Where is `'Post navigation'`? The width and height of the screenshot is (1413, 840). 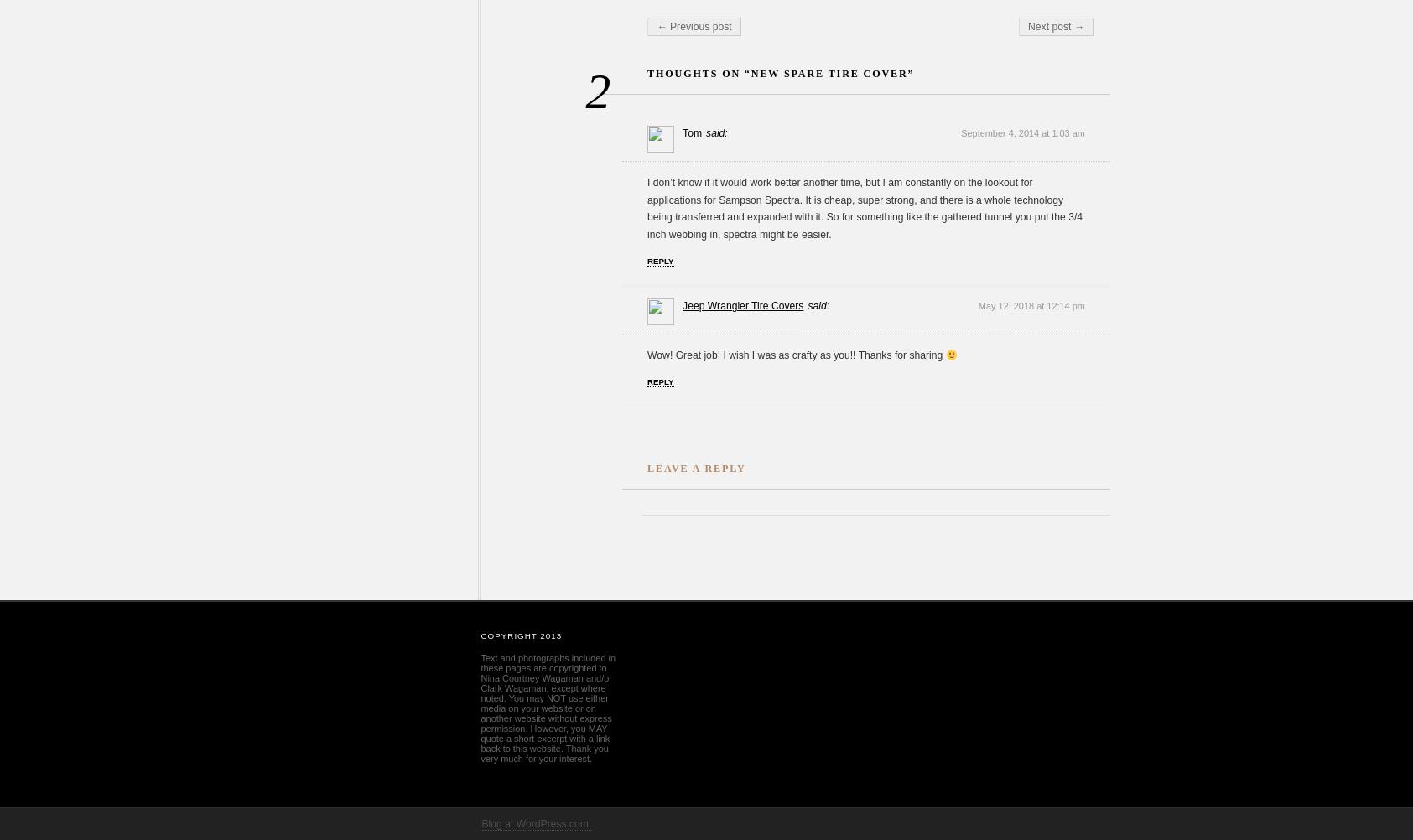 'Post navigation' is located at coordinates (684, 21).